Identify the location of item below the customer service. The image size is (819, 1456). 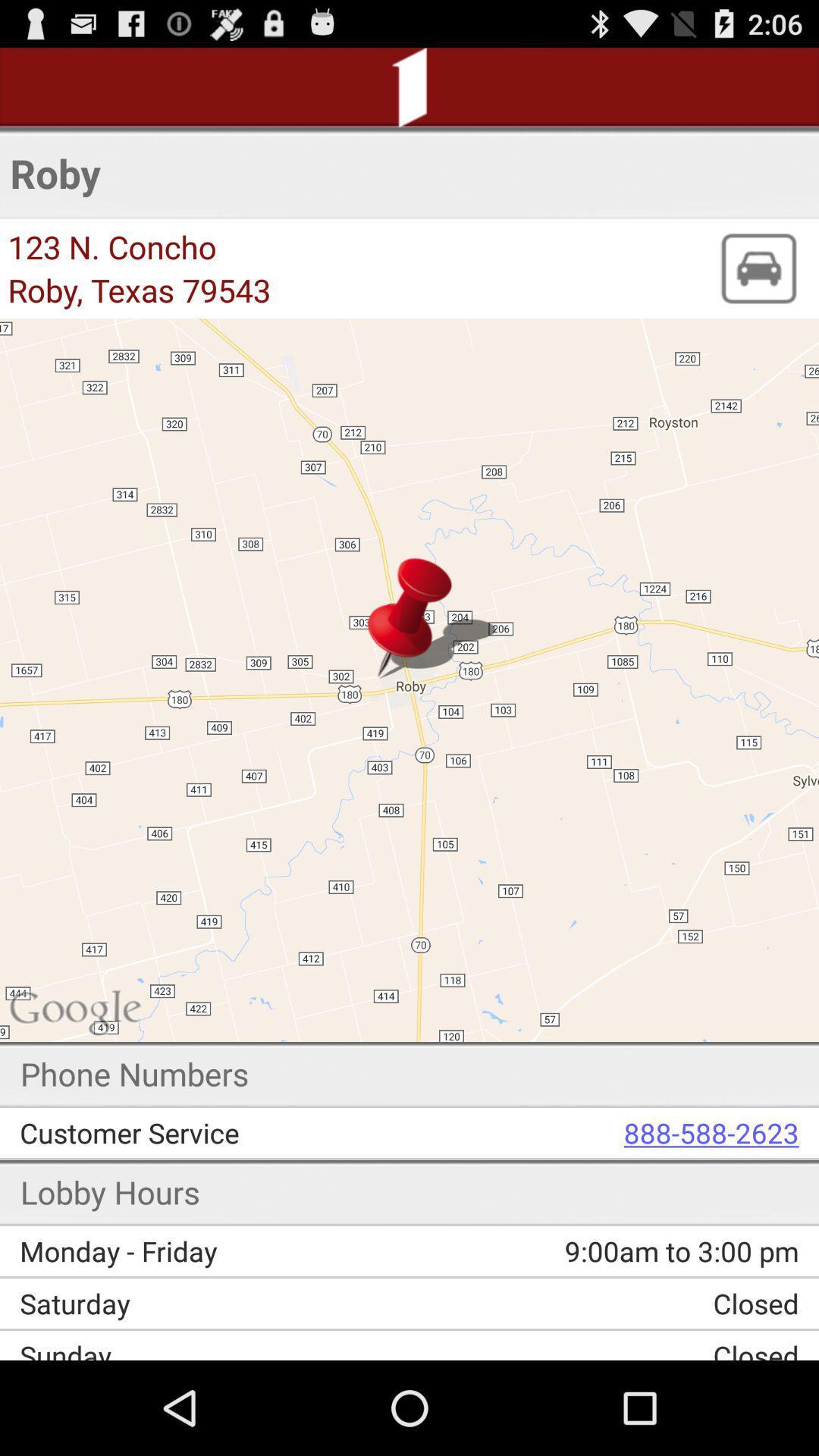
(594, 1251).